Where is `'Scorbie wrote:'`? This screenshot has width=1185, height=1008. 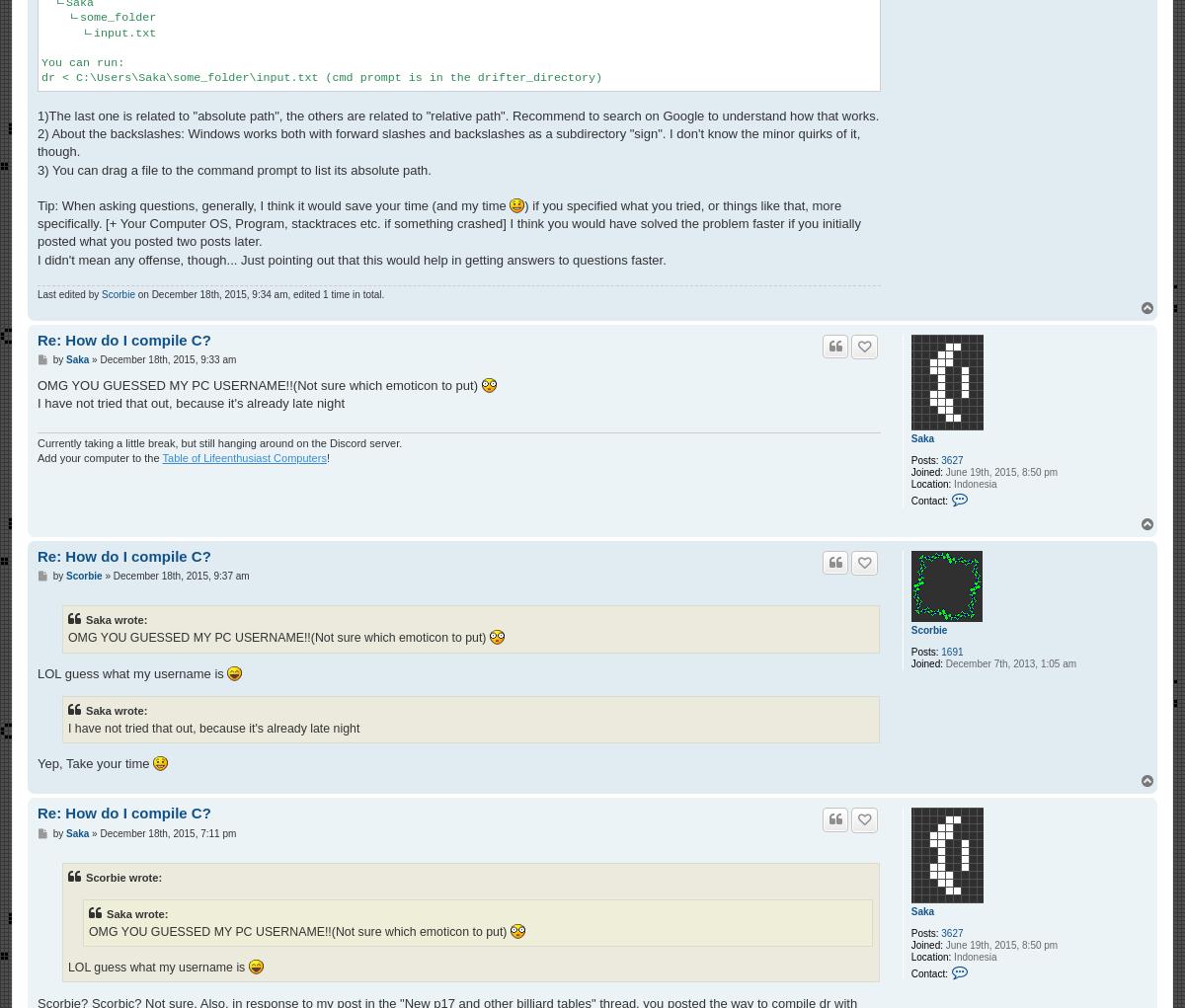 'Scorbie wrote:' is located at coordinates (123, 876).